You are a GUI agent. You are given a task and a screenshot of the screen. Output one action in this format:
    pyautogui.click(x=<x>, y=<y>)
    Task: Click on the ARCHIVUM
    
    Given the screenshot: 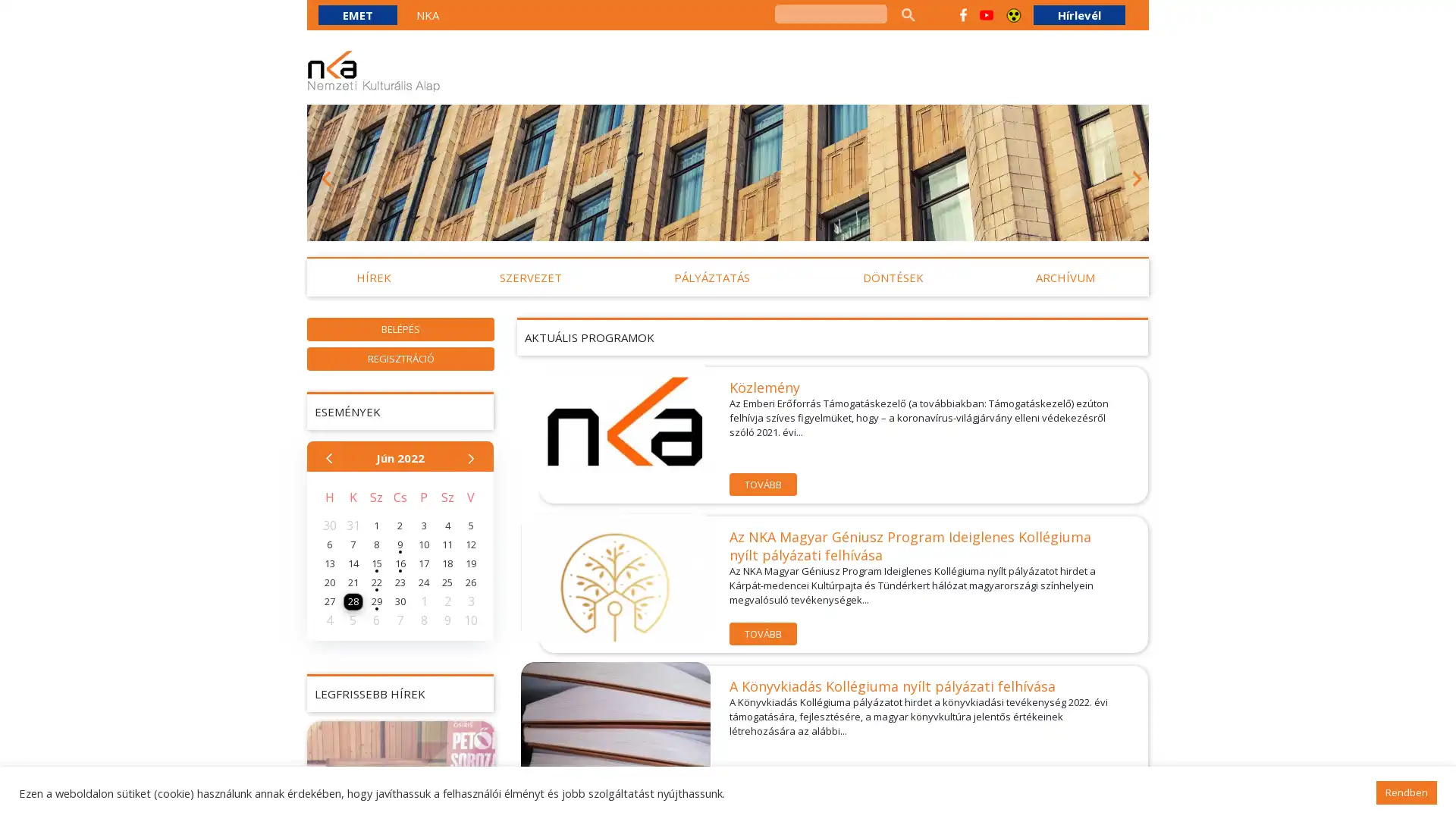 What is the action you would take?
    pyautogui.click(x=1065, y=278)
    